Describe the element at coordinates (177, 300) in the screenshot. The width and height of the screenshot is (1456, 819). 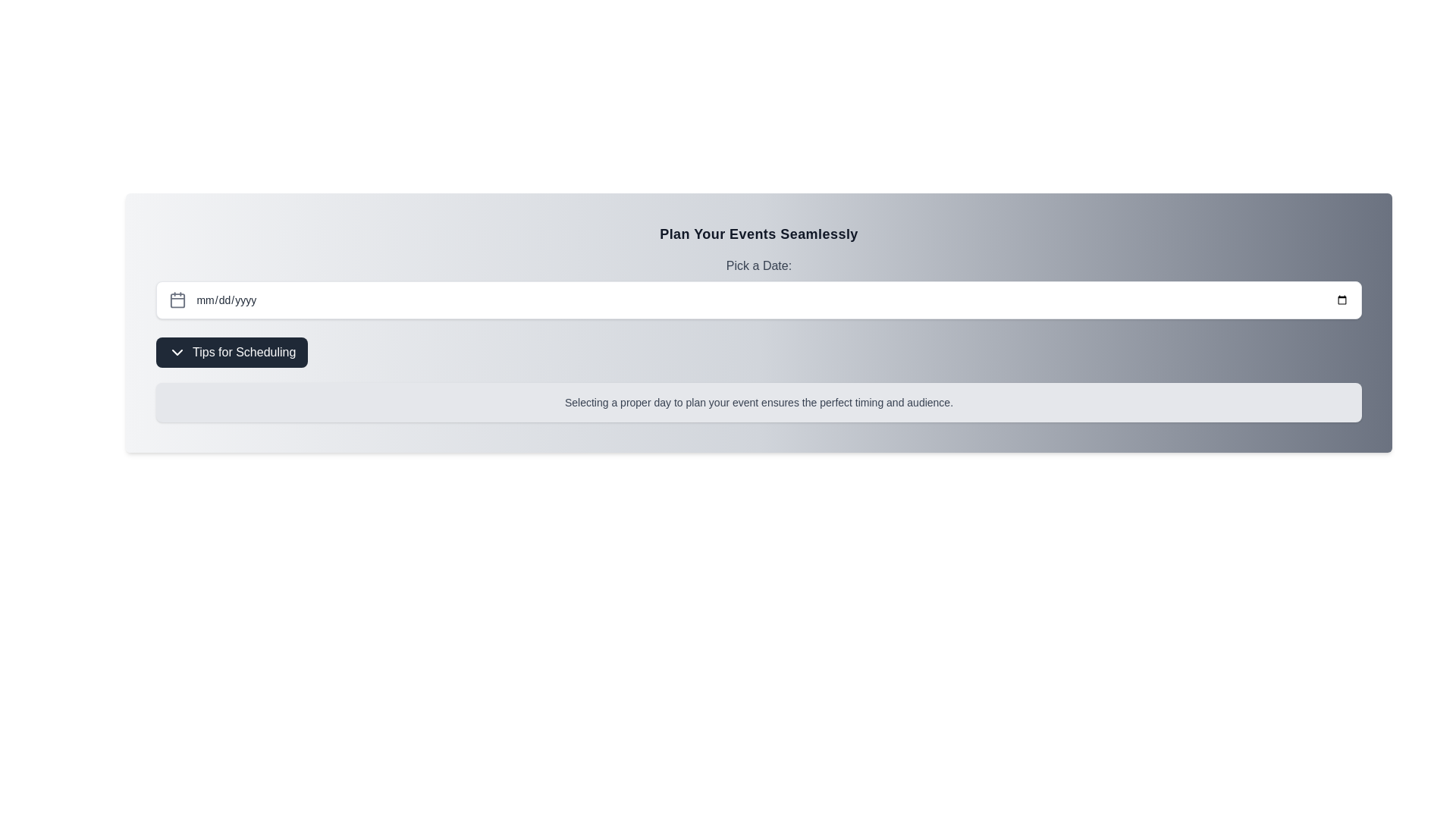
I see `the calendar icon located to the left of the 'Pick a Date' input field` at that location.